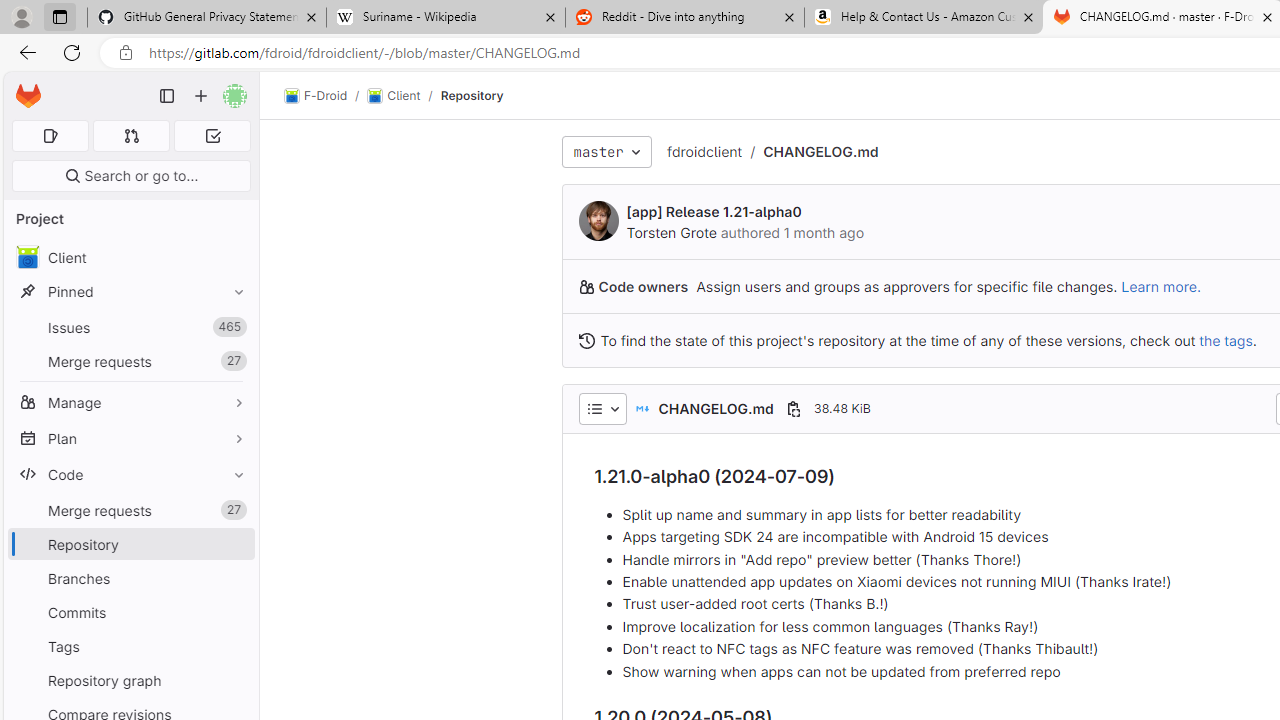  Describe the element at coordinates (234, 578) in the screenshot. I see `'Pin Branches'` at that location.